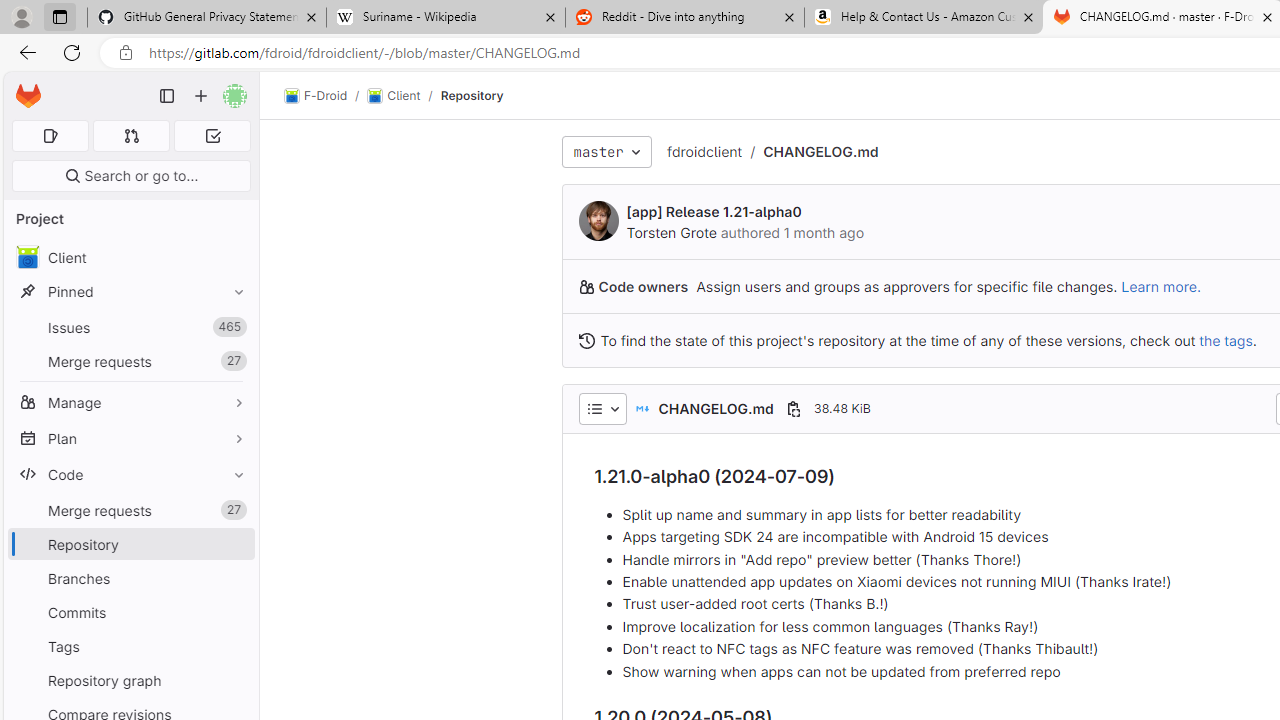  Describe the element at coordinates (234, 578) in the screenshot. I see `'Pin Branches'` at that location.